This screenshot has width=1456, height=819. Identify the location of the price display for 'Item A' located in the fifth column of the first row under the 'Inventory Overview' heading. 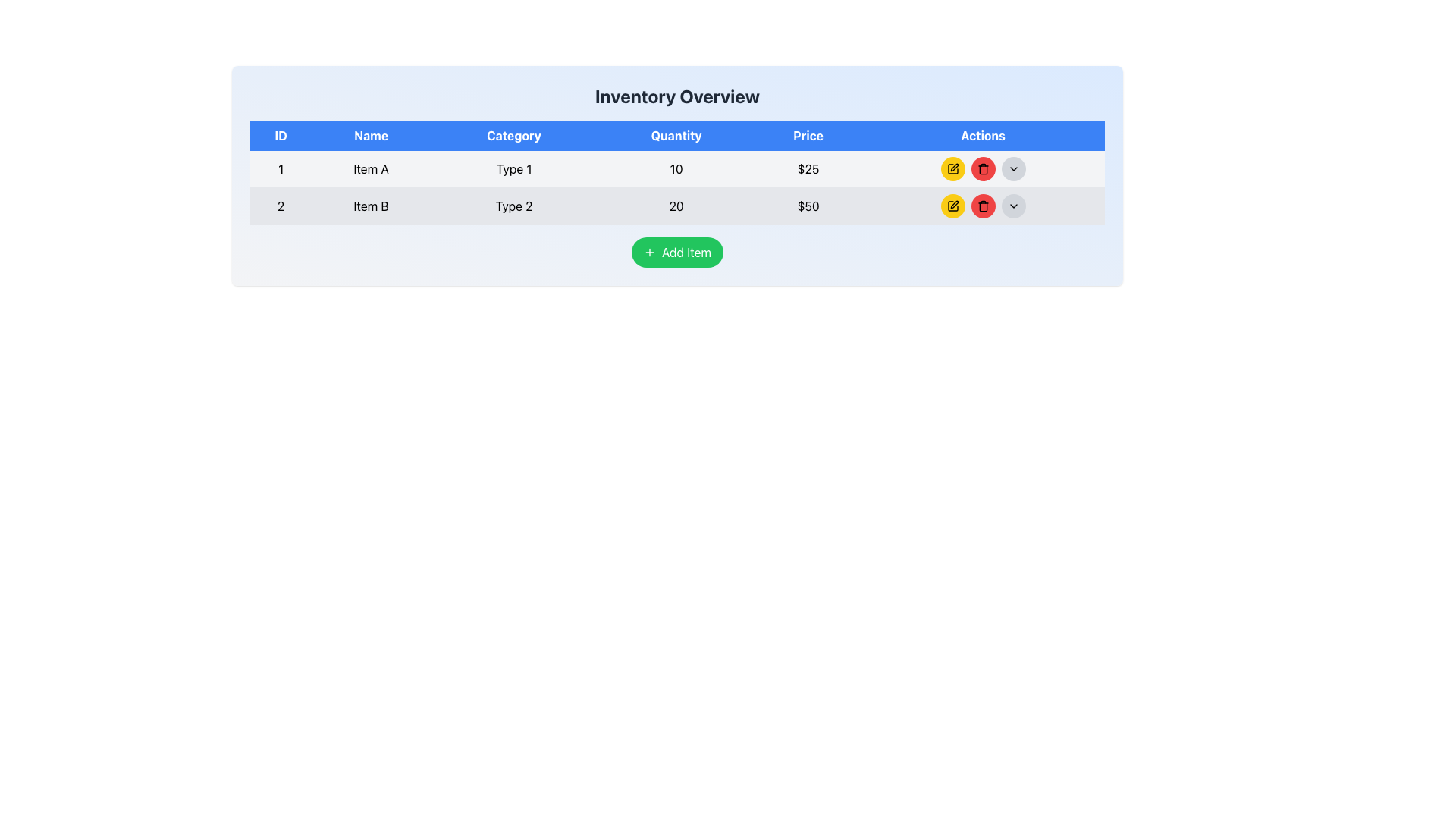
(808, 169).